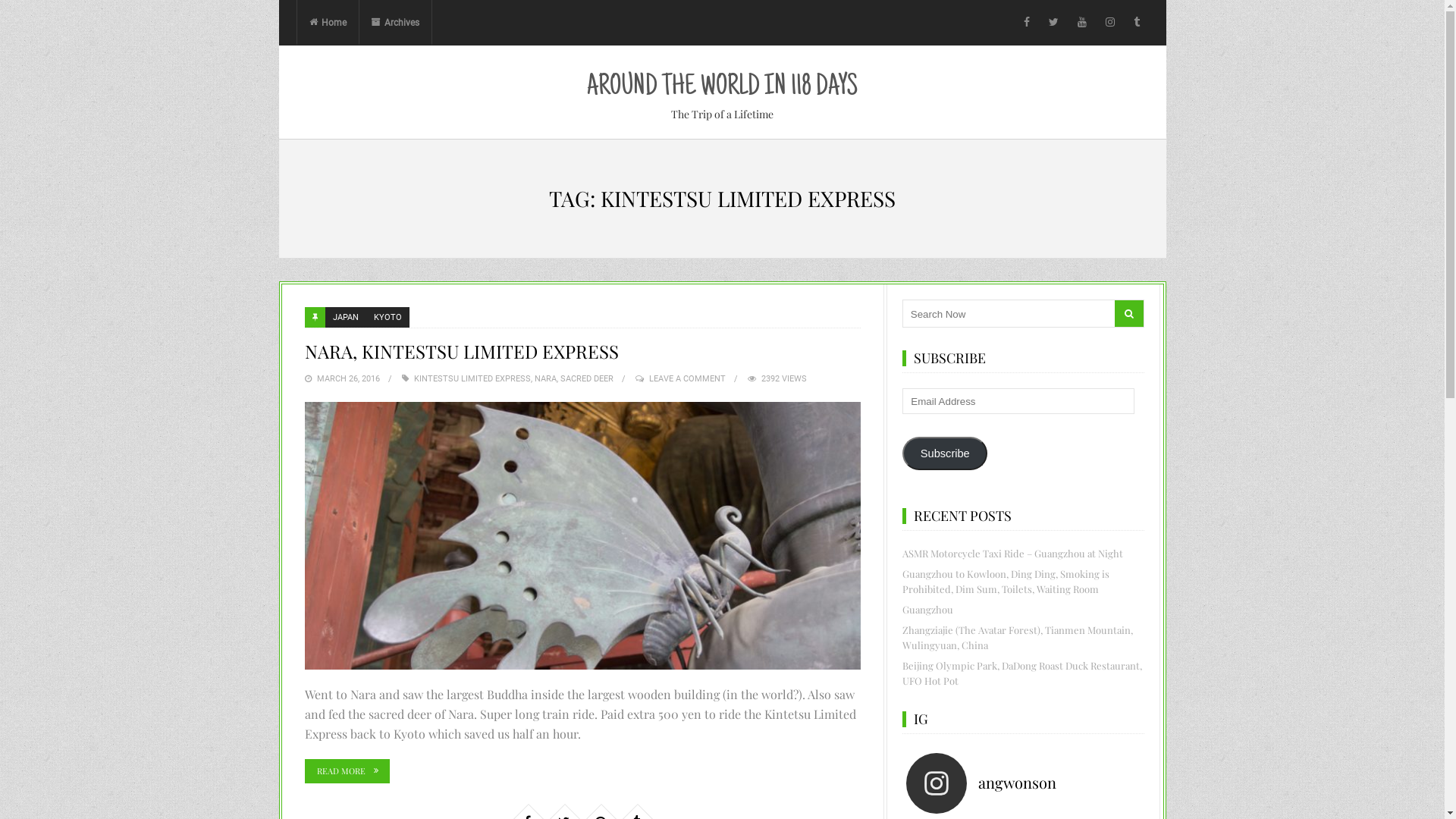  Describe the element at coordinates (327, 23) in the screenshot. I see `'Home'` at that location.